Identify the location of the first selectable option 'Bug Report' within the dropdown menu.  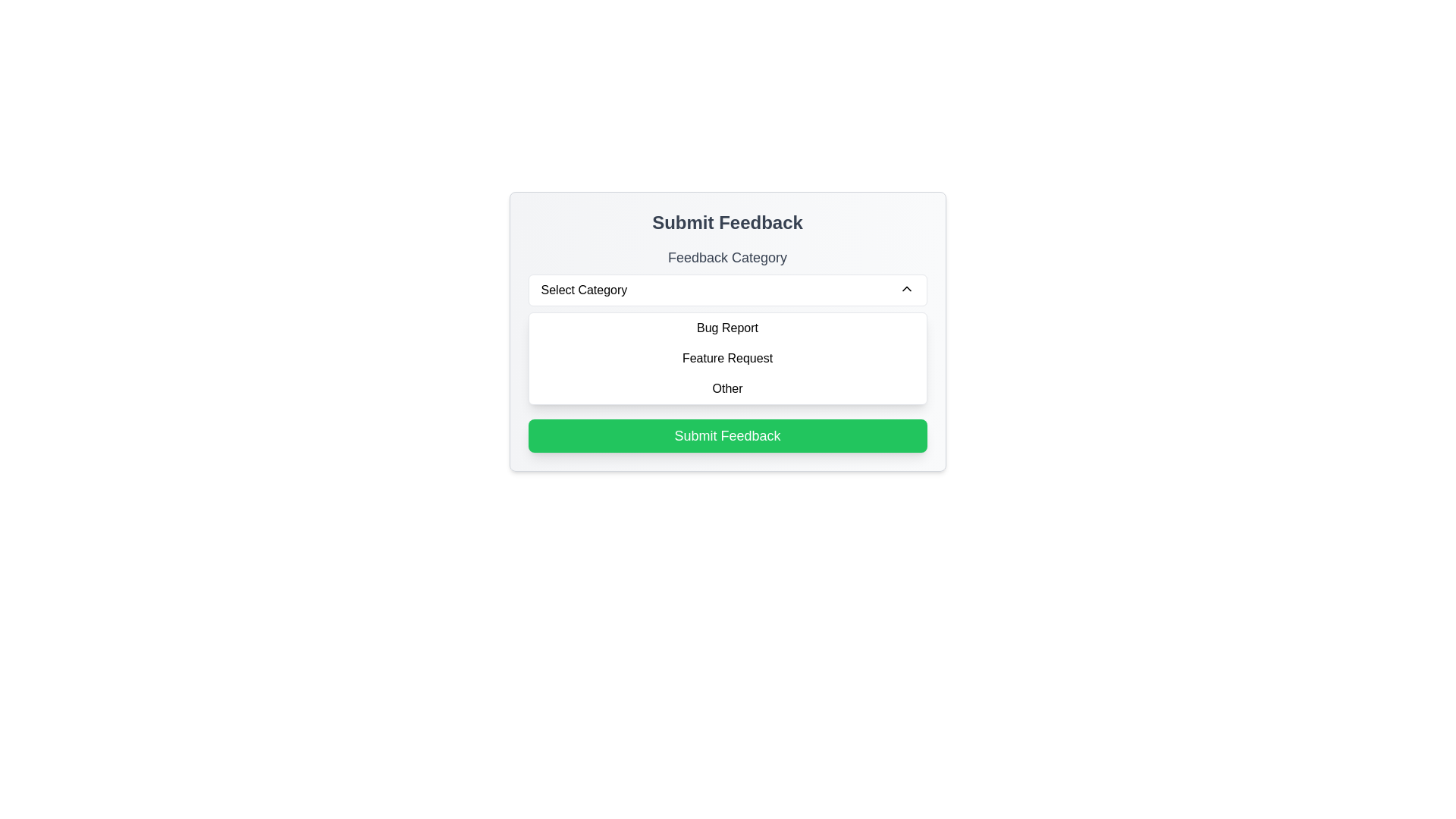
(726, 327).